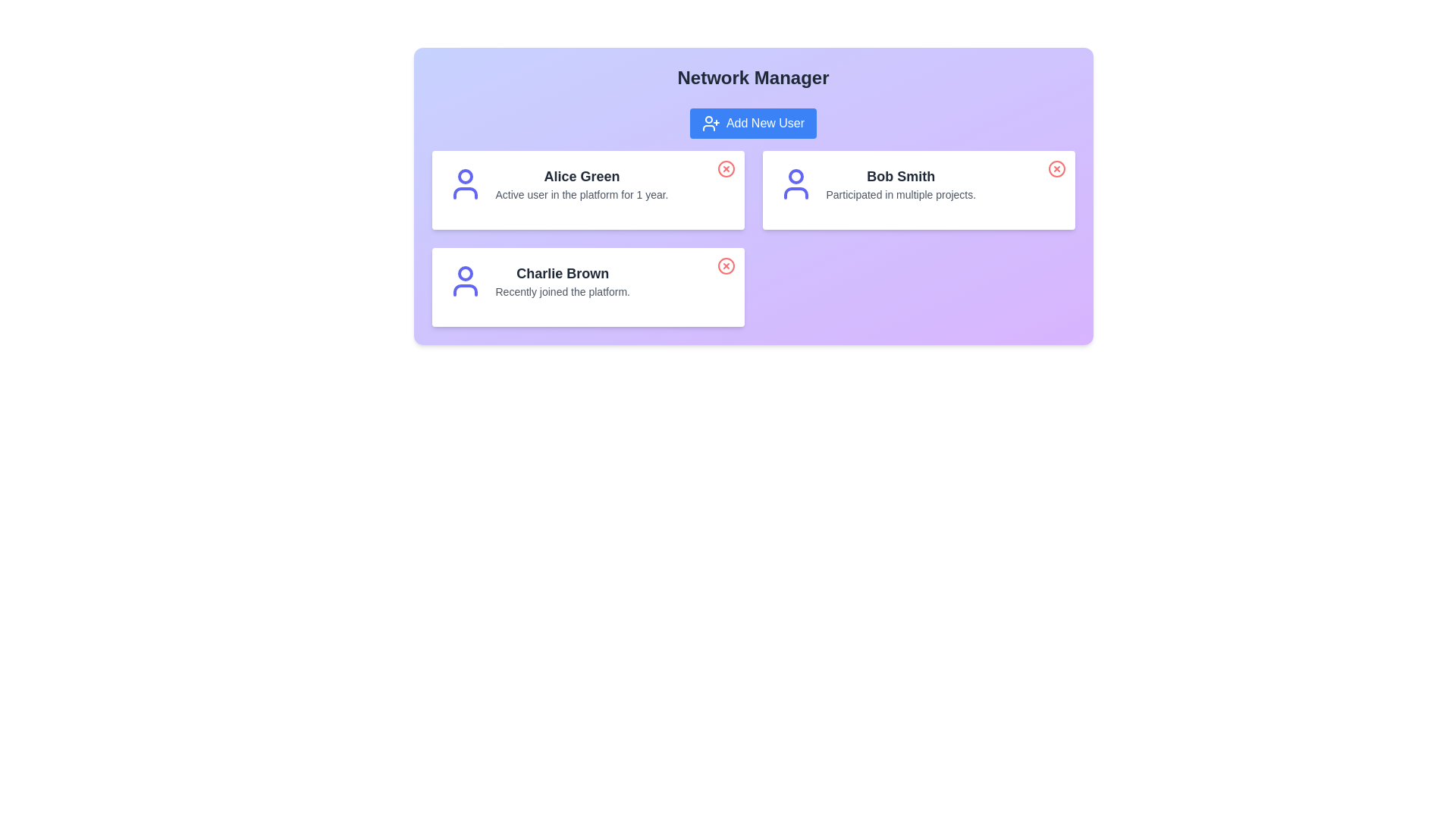  I want to click on remove button for the user Charlie Brown, so click(725, 265).